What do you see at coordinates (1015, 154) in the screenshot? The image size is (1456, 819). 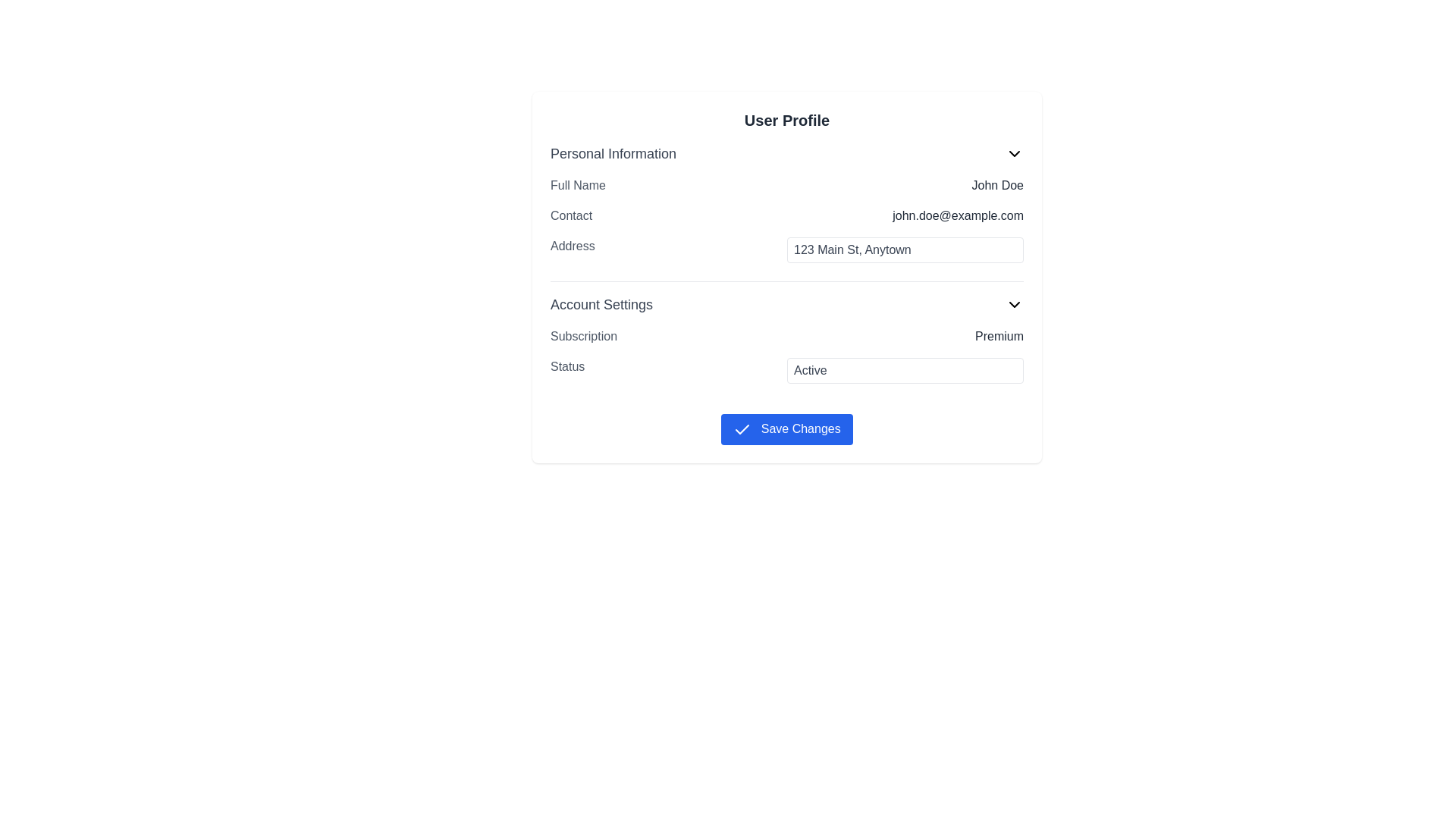 I see `the Chevron icon toggle located in the top-right corner of the 'Personal Information' header section` at bounding box center [1015, 154].